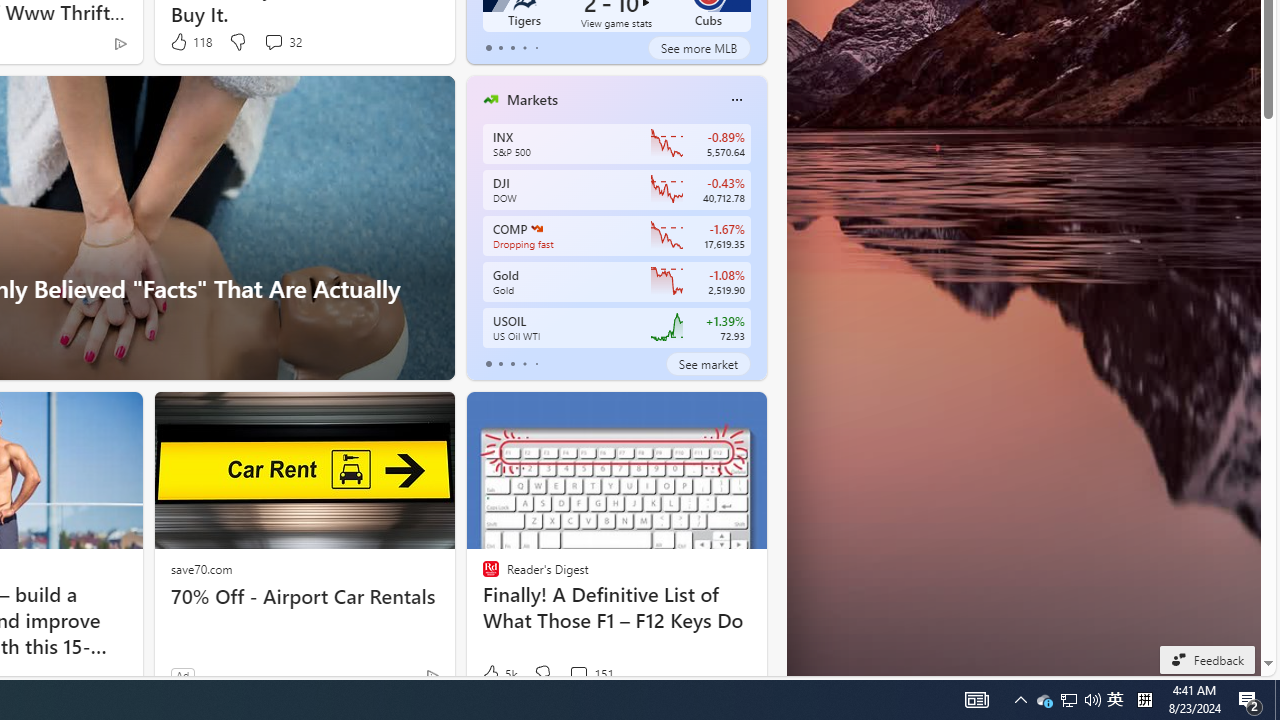 The height and width of the screenshot is (720, 1280). I want to click on 'View comments 32 Comment', so click(281, 42).